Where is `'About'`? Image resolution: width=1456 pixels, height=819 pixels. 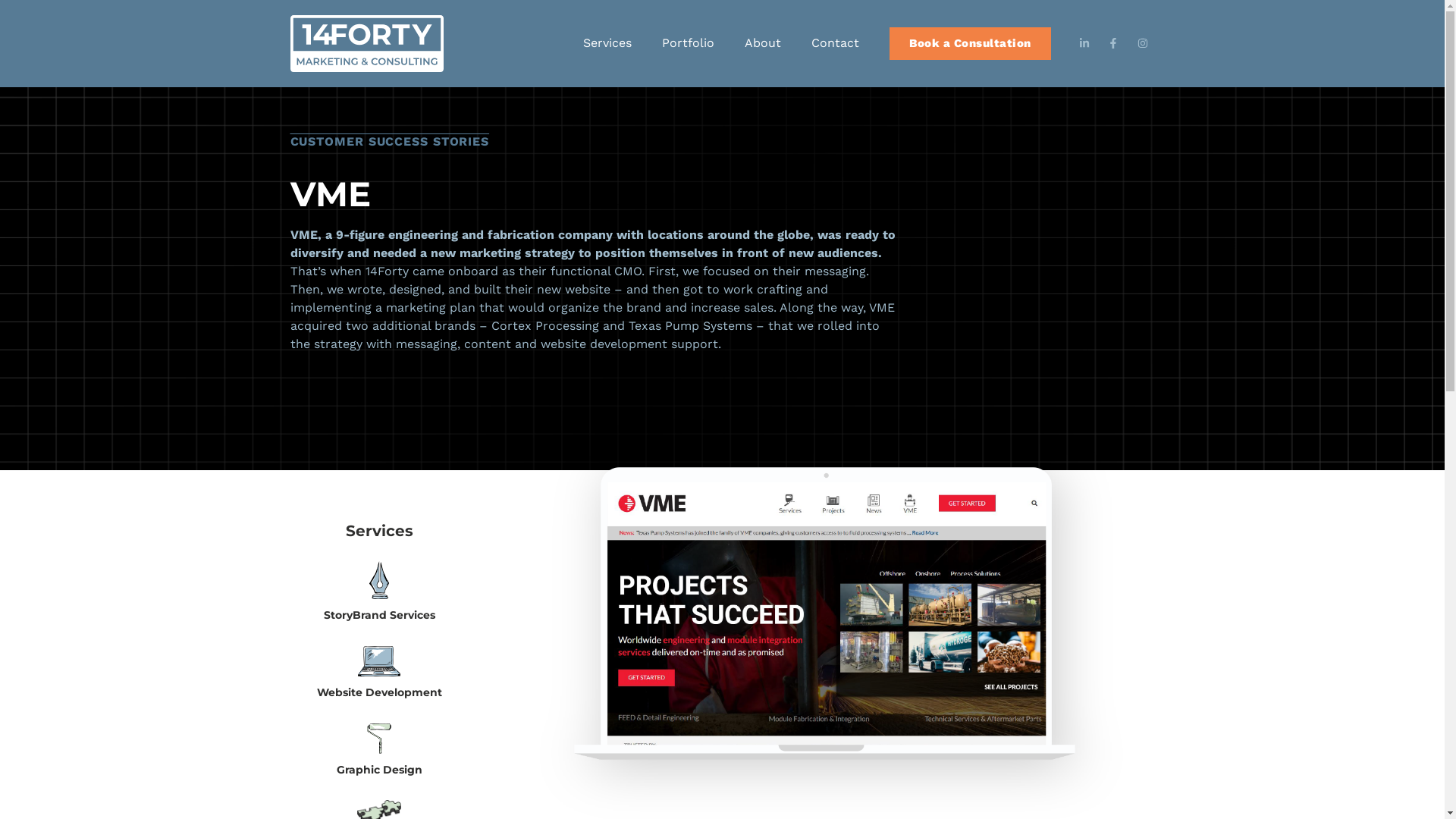 'About' is located at coordinates (763, 42).